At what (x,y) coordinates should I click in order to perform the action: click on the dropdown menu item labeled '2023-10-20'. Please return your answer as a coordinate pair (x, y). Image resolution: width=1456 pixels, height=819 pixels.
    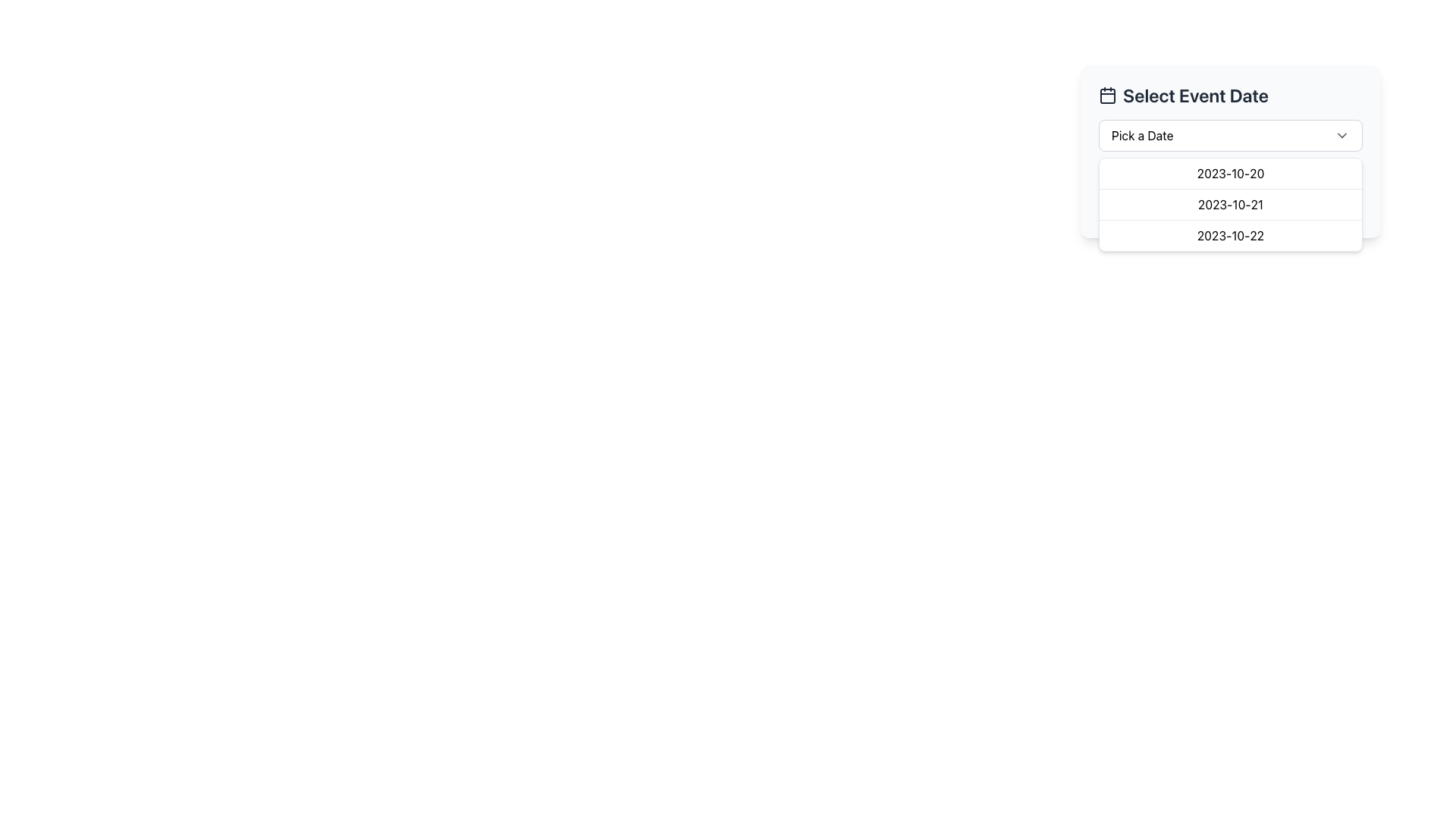
    Looking at the image, I should click on (1230, 172).